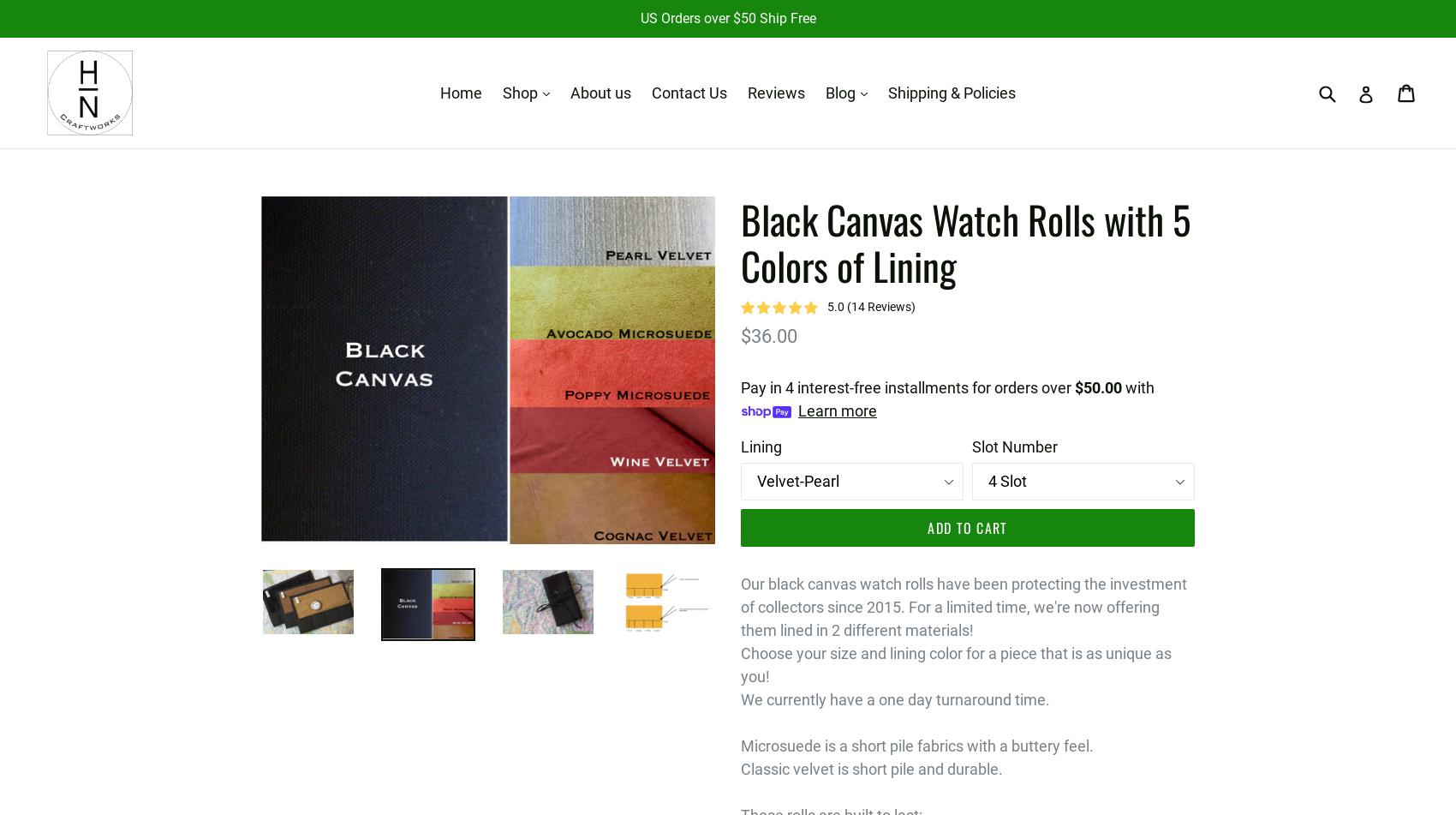 The width and height of the screenshot is (1456, 815). Describe the element at coordinates (841, 93) in the screenshot. I see `'Blog'` at that location.